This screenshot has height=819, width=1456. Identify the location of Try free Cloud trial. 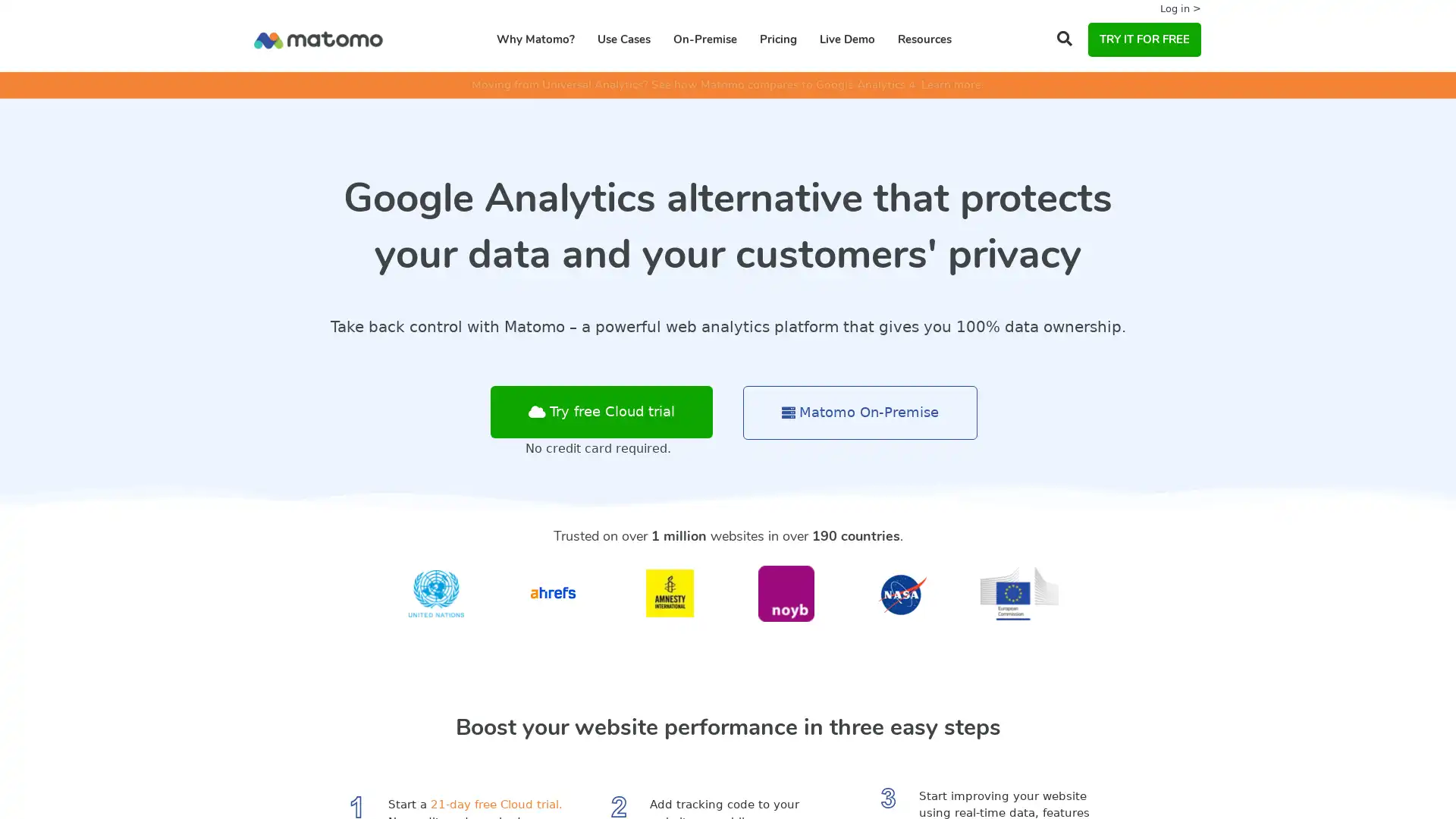
(601, 412).